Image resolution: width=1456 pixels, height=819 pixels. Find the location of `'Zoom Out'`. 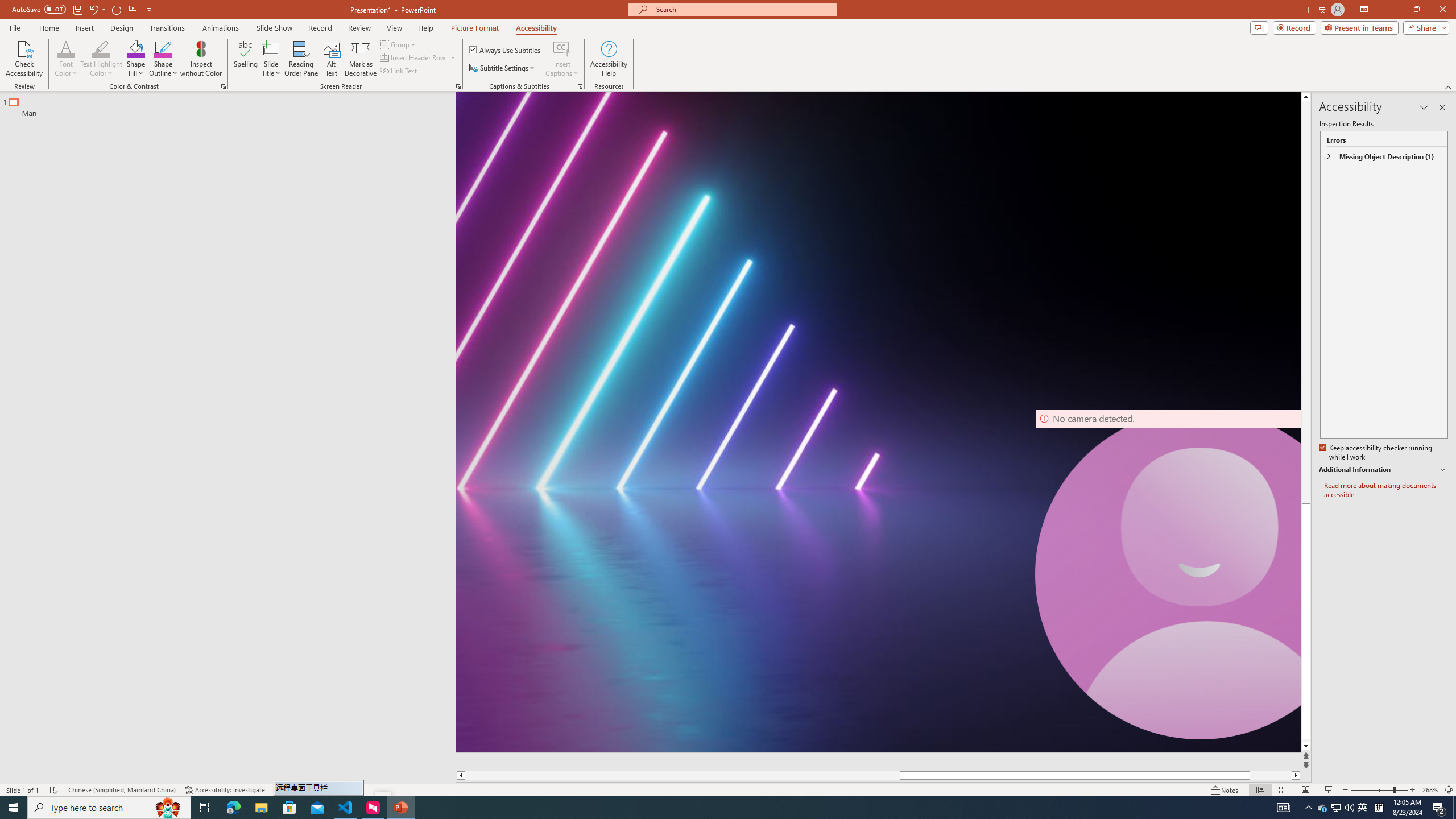

'Zoom Out' is located at coordinates (1372, 790).